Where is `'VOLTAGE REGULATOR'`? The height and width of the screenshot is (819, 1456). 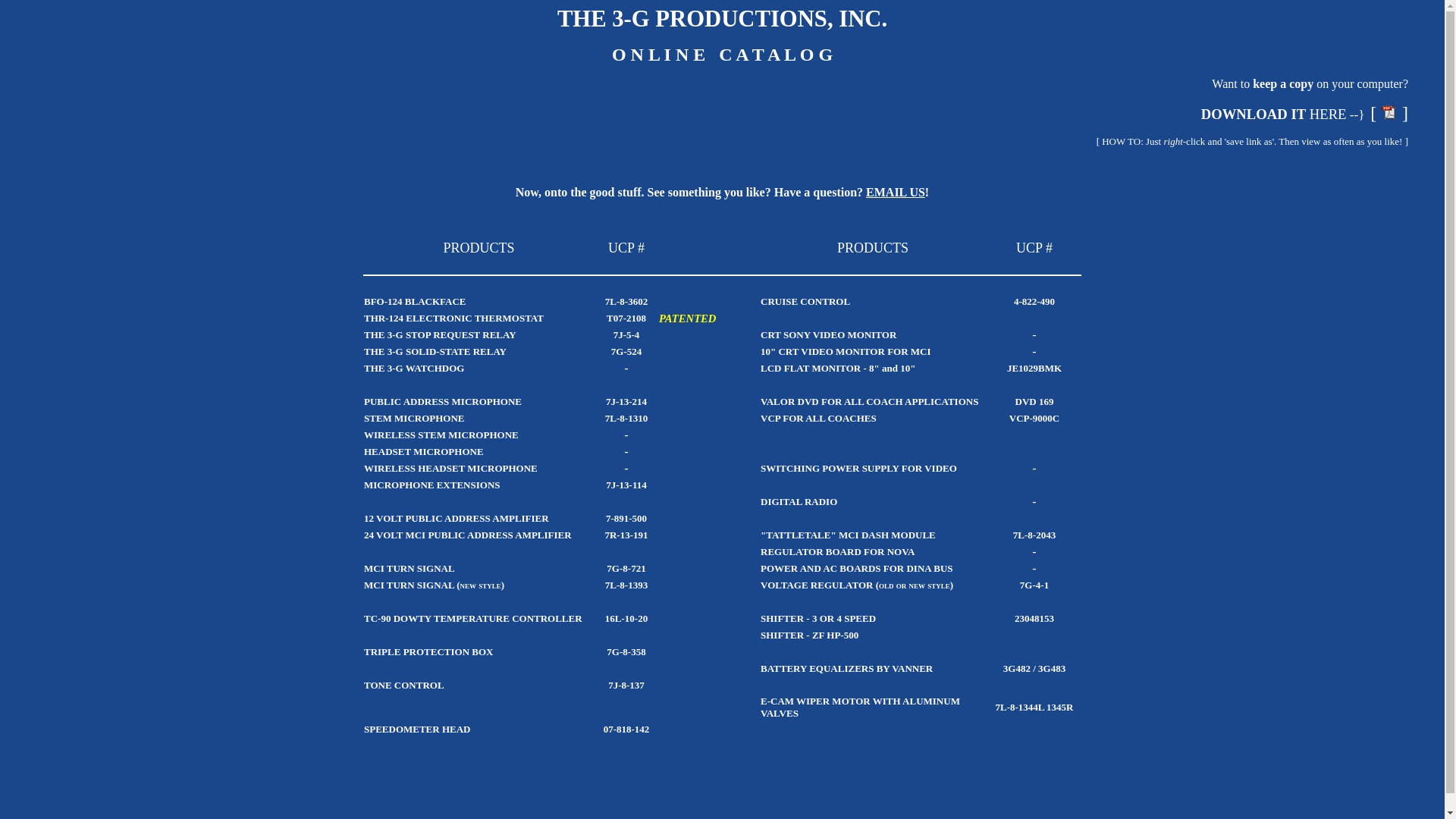 'VOLTAGE REGULATOR' is located at coordinates (761, 584).